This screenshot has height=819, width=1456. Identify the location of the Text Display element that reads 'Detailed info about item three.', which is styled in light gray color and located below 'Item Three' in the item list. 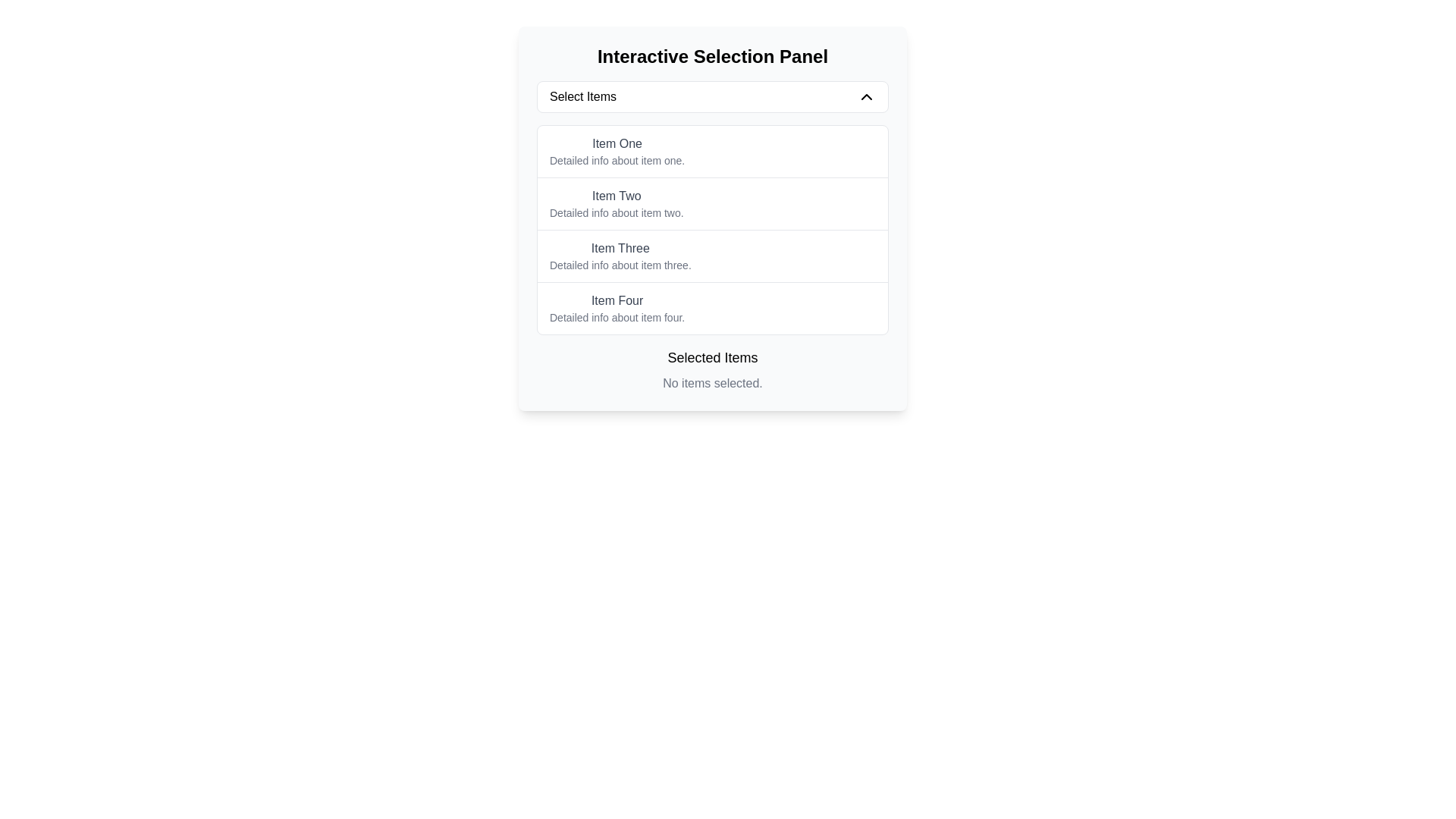
(620, 265).